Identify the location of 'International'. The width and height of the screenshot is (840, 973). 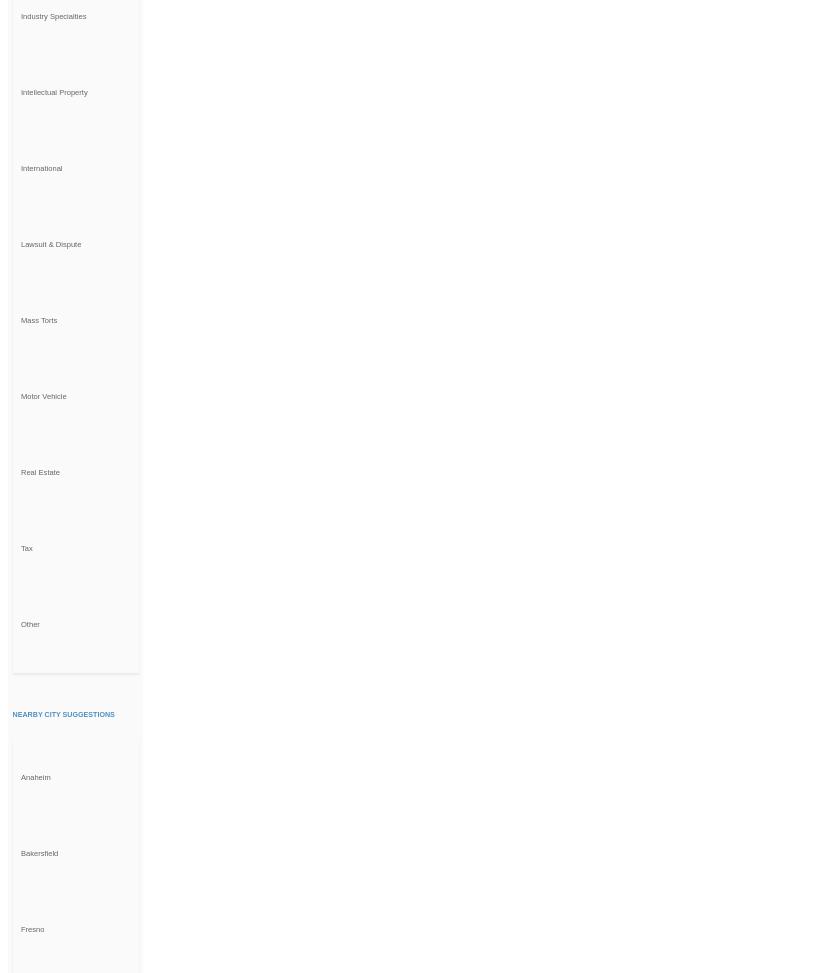
(19, 167).